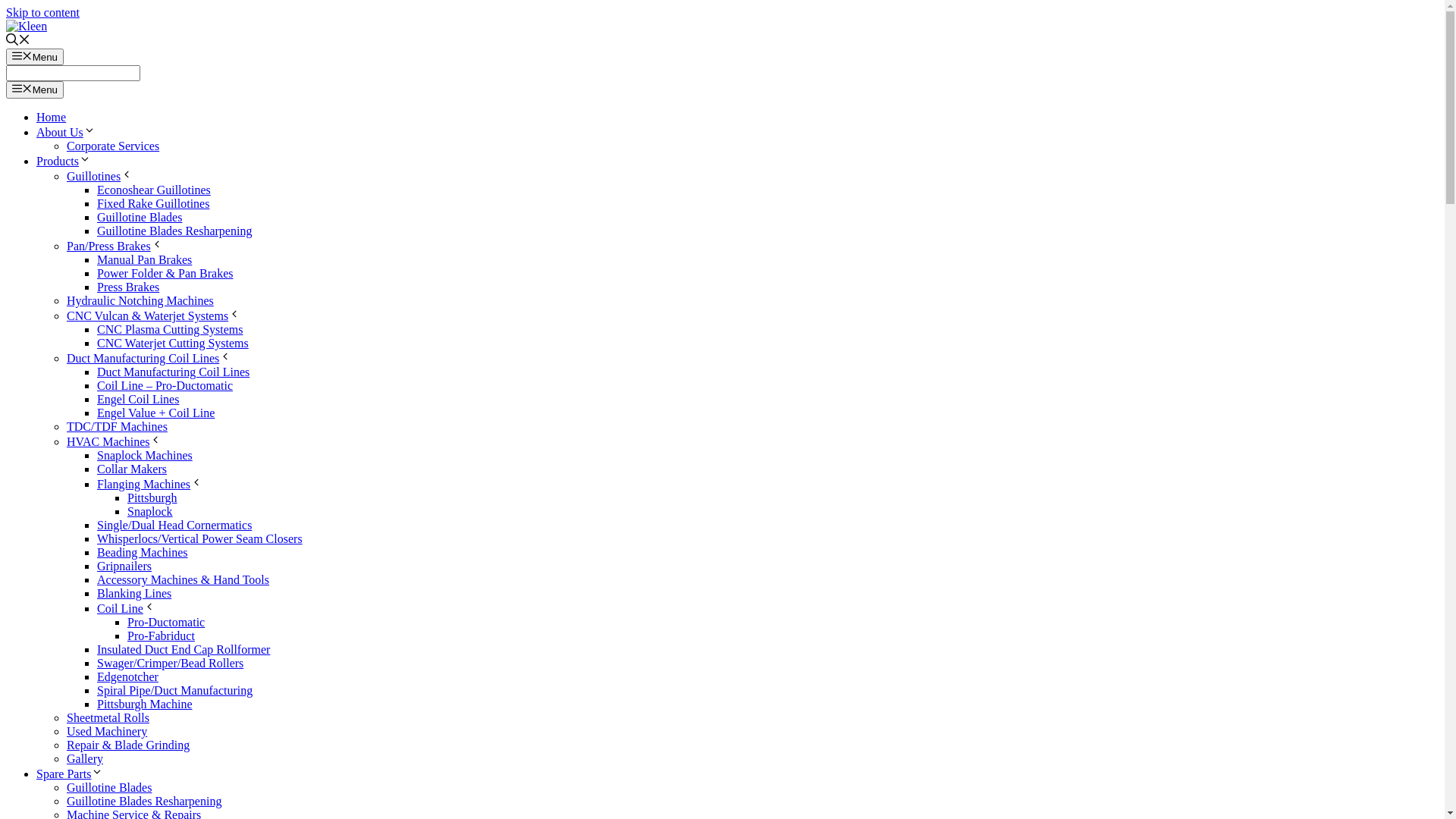 The width and height of the screenshot is (1456, 819). I want to click on 'Engel Coil Lines', so click(138, 398).